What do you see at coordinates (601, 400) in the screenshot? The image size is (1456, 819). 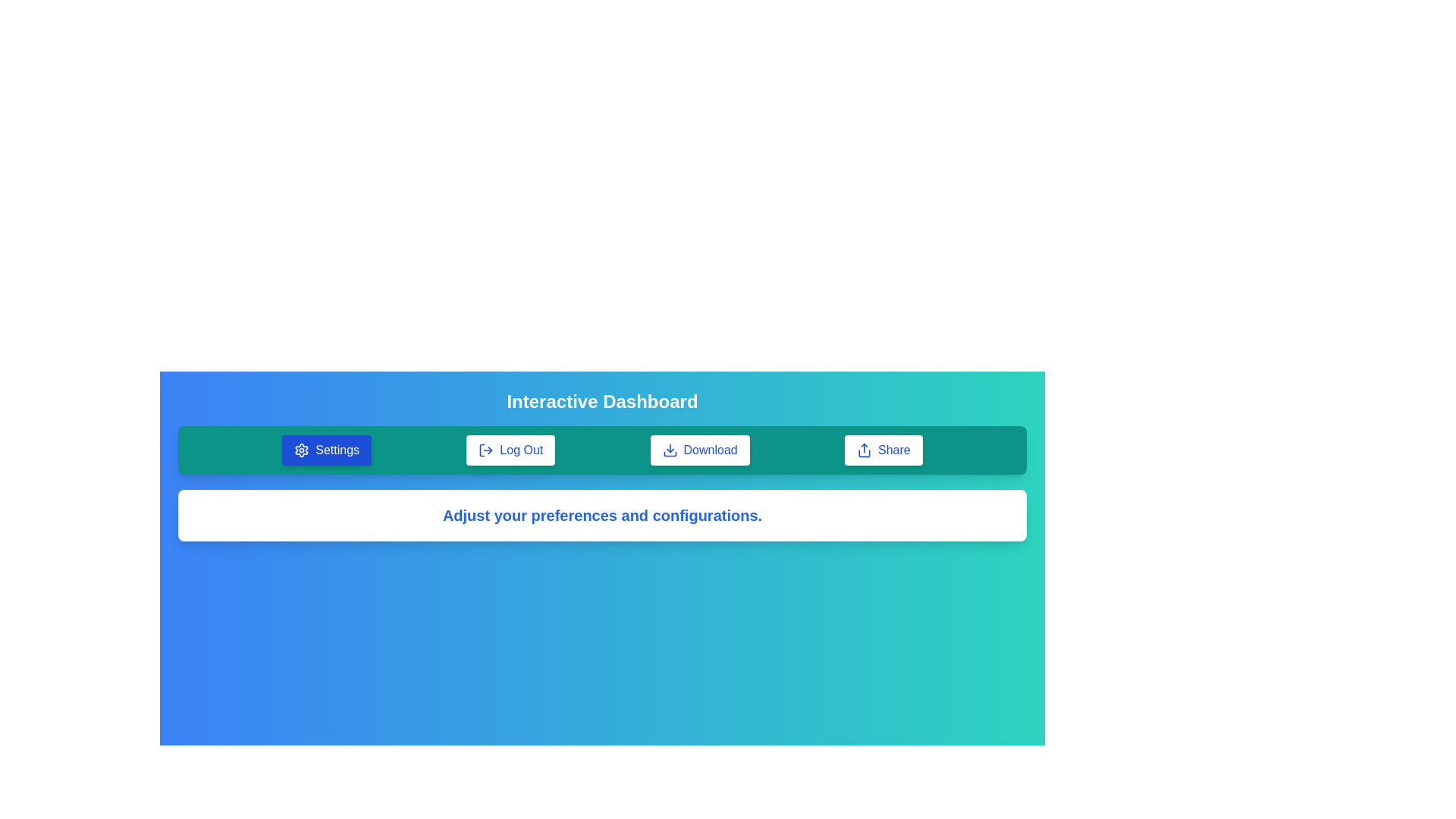 I see `the header text to focus on it` at bounding box center [601, 400].